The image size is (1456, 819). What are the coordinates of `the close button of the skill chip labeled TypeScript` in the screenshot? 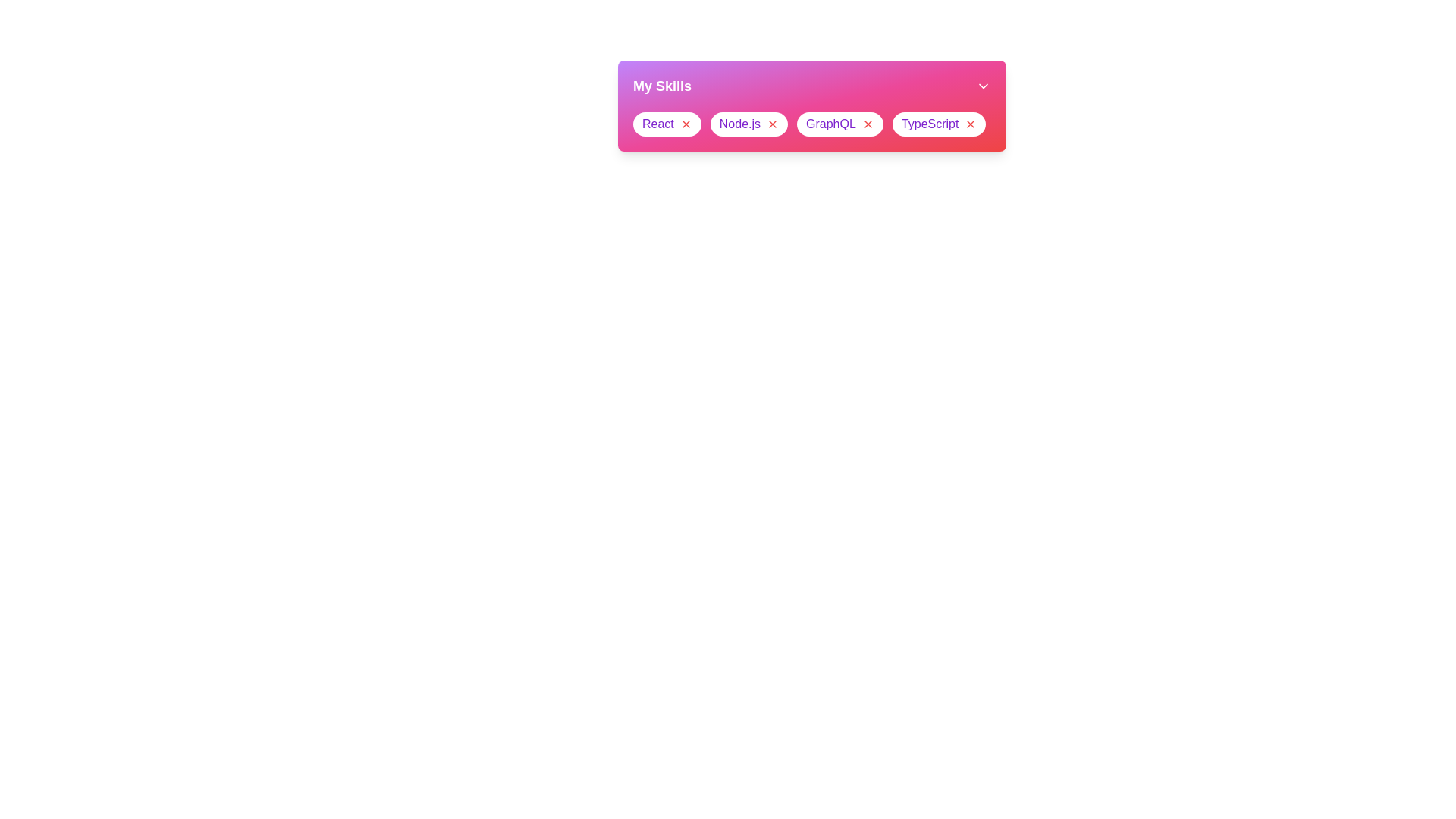 It's located at (971, 124).